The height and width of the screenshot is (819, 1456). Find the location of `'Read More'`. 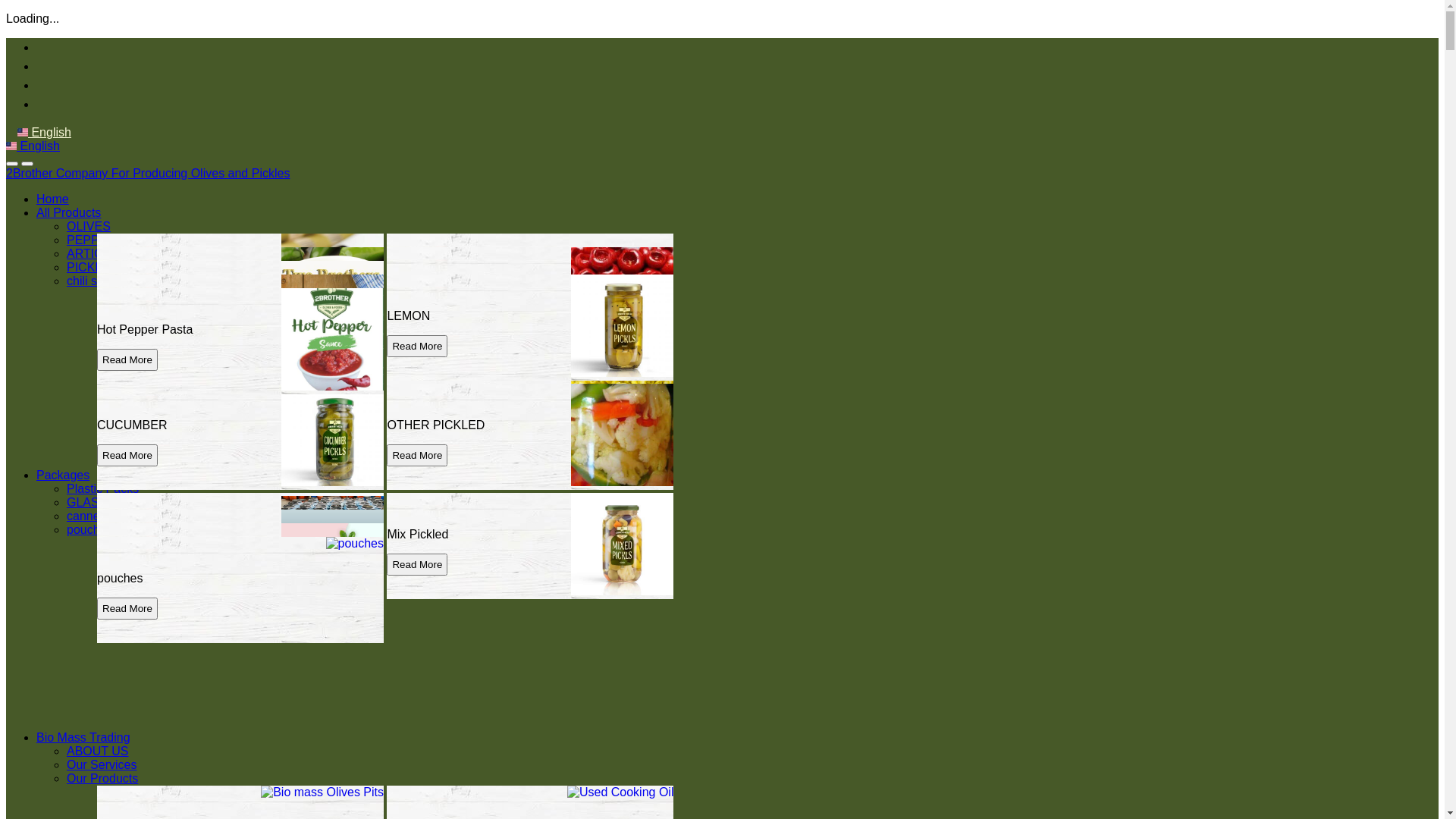

'Read More' is located at coordinates (127, 564).